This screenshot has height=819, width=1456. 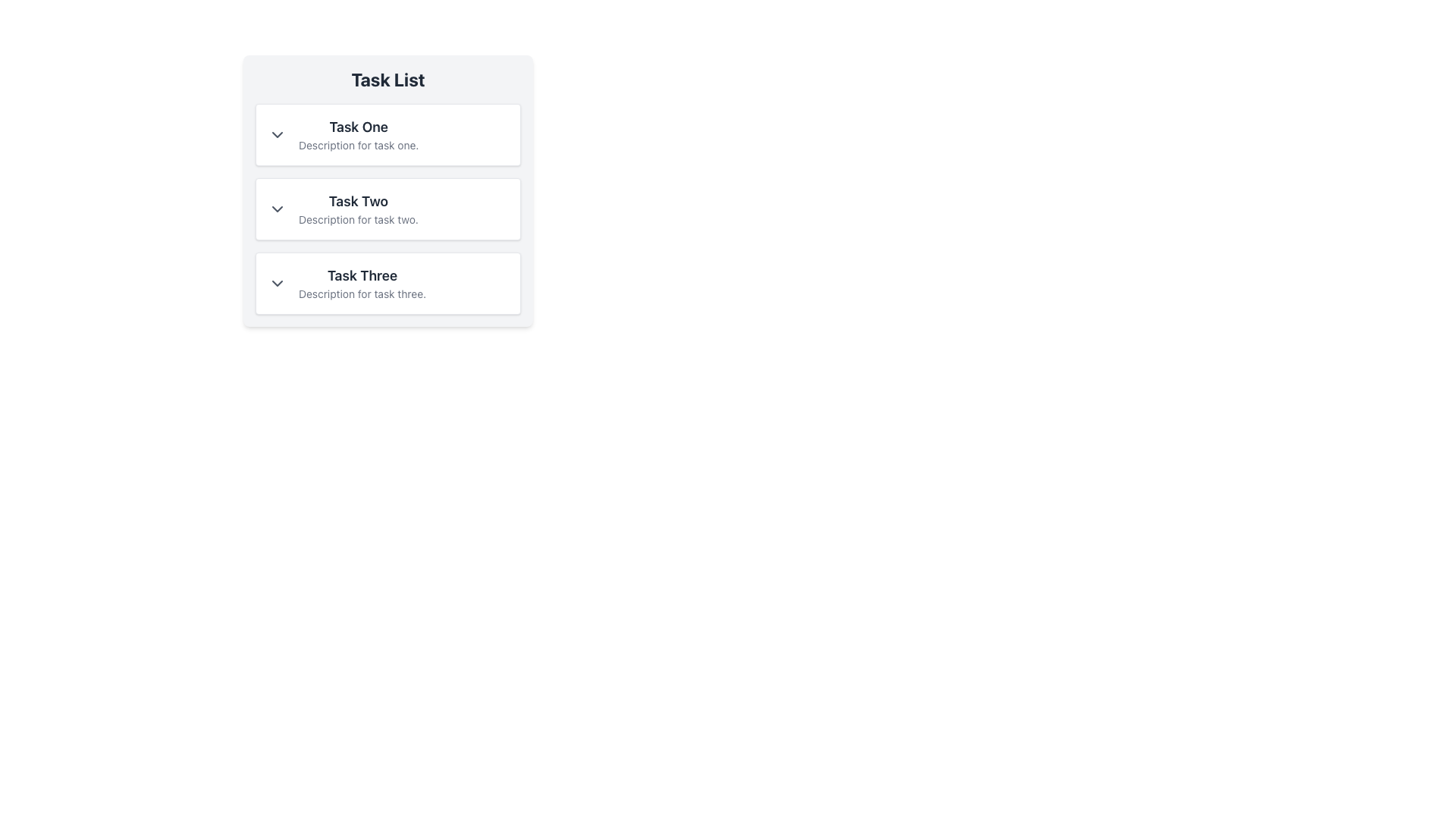 I want to click on the 'Task One' title text, which is bold, prominently displayed in dark gray, and located at the top center of the first task card in a vertically stacked list, so click(x=358, y=127).